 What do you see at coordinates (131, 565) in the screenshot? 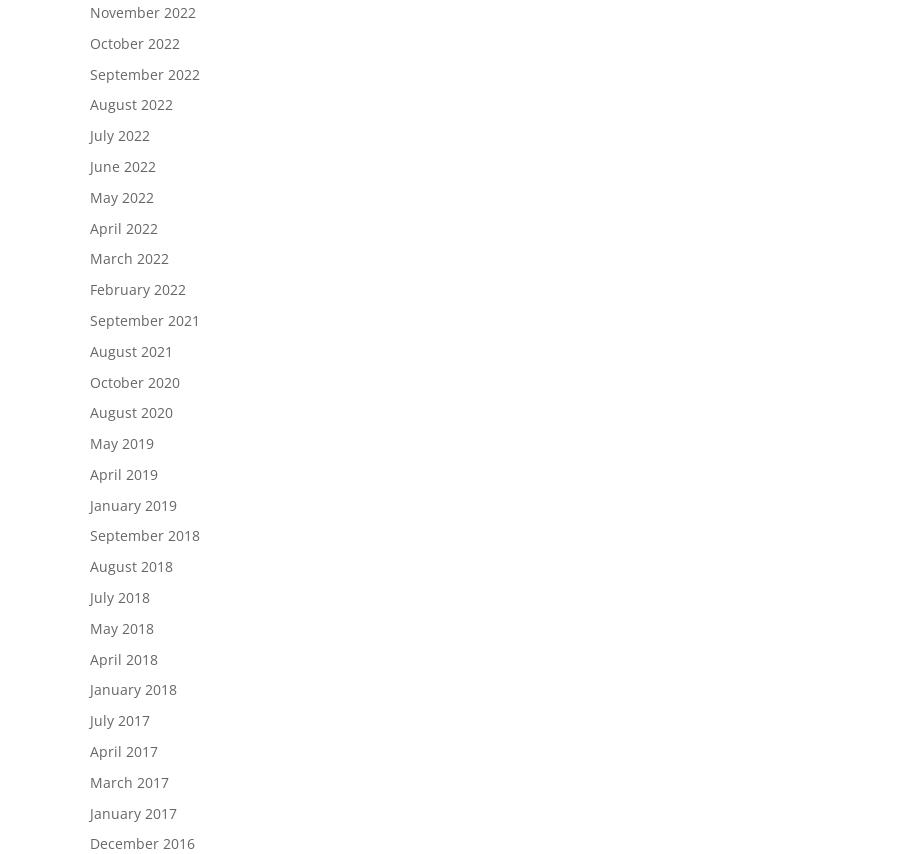
I see `'August 2018'` at bounding box center [131, 565].